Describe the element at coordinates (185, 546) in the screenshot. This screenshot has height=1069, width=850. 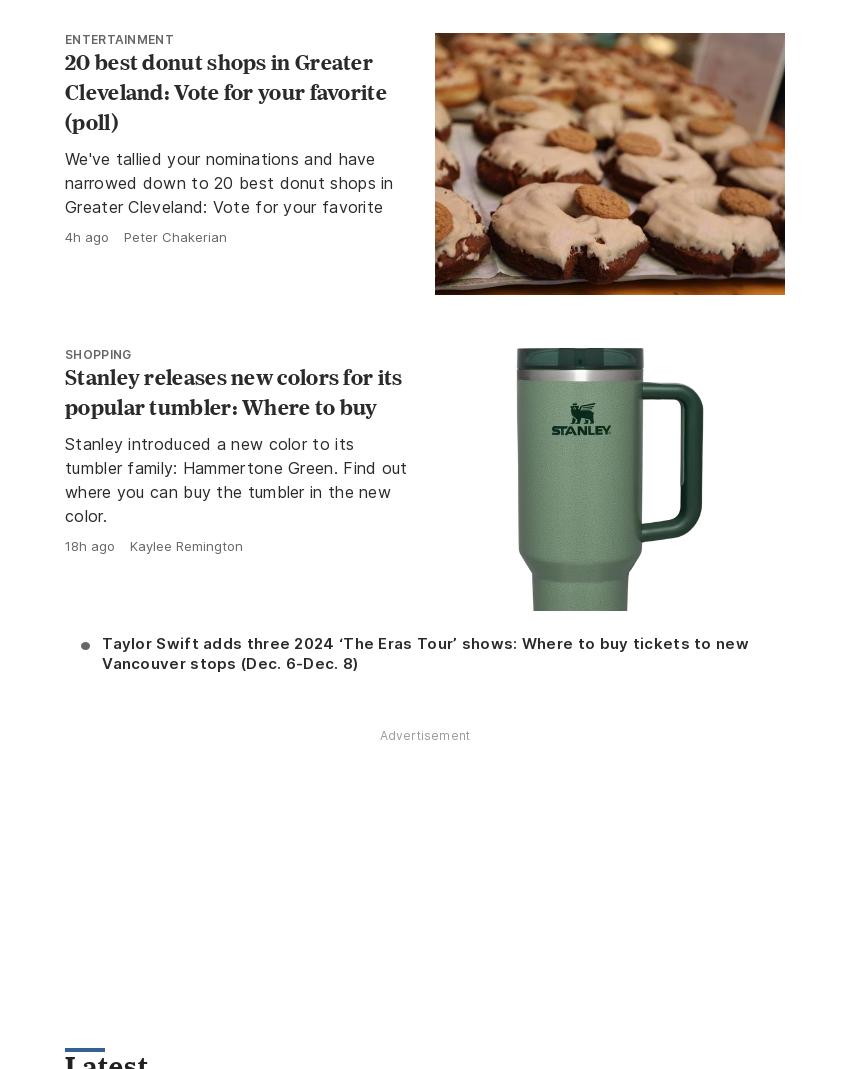
I see `'Kaylee Remington'` at that location.